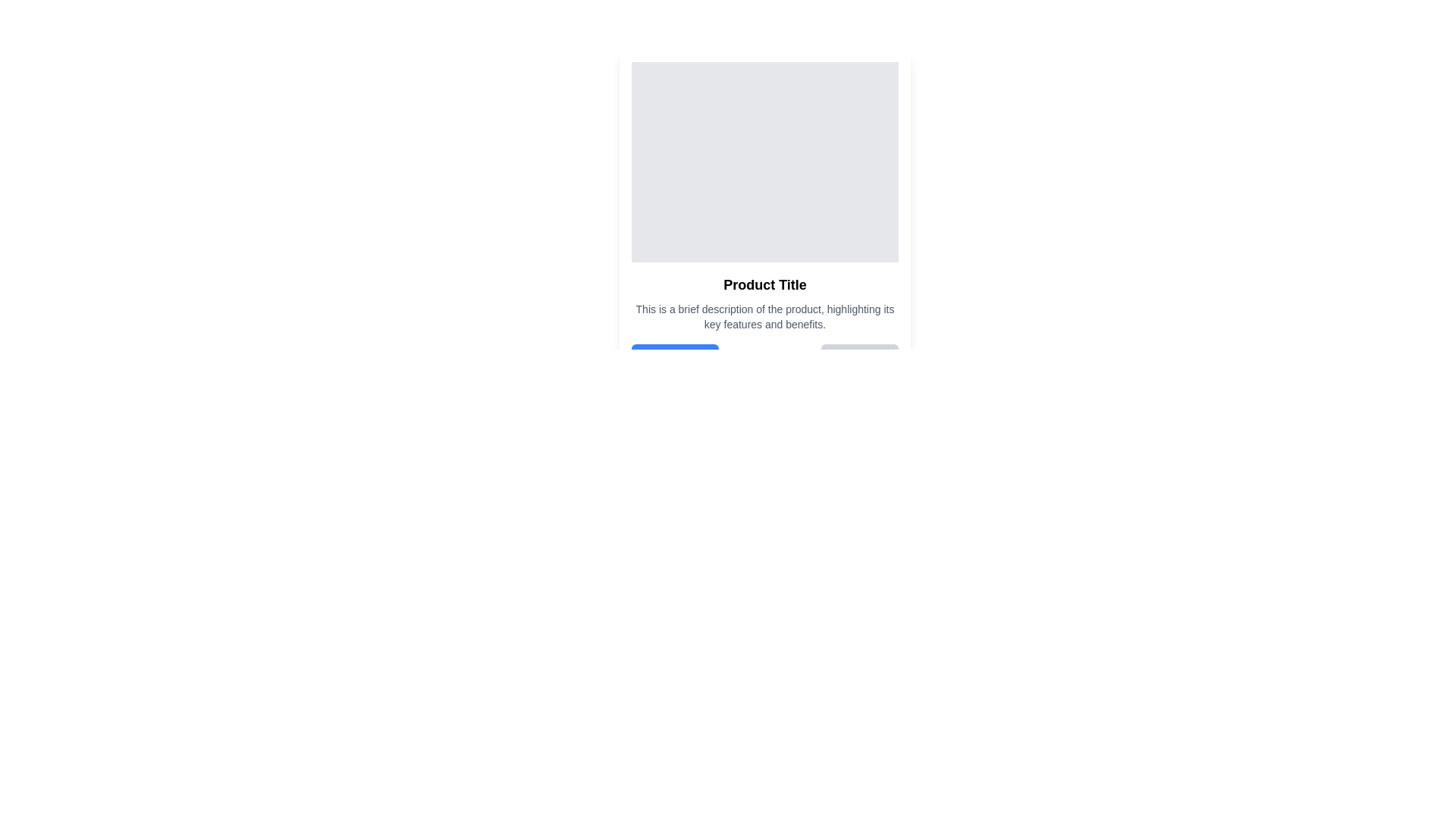 This screenshot has width=1456, height=819. Describe the element at coordinates (674, 357) in the screenshot. I see `the 'Download' button, which is a rounded rectangular button with a blue background and white text, located below the product description` at that location.